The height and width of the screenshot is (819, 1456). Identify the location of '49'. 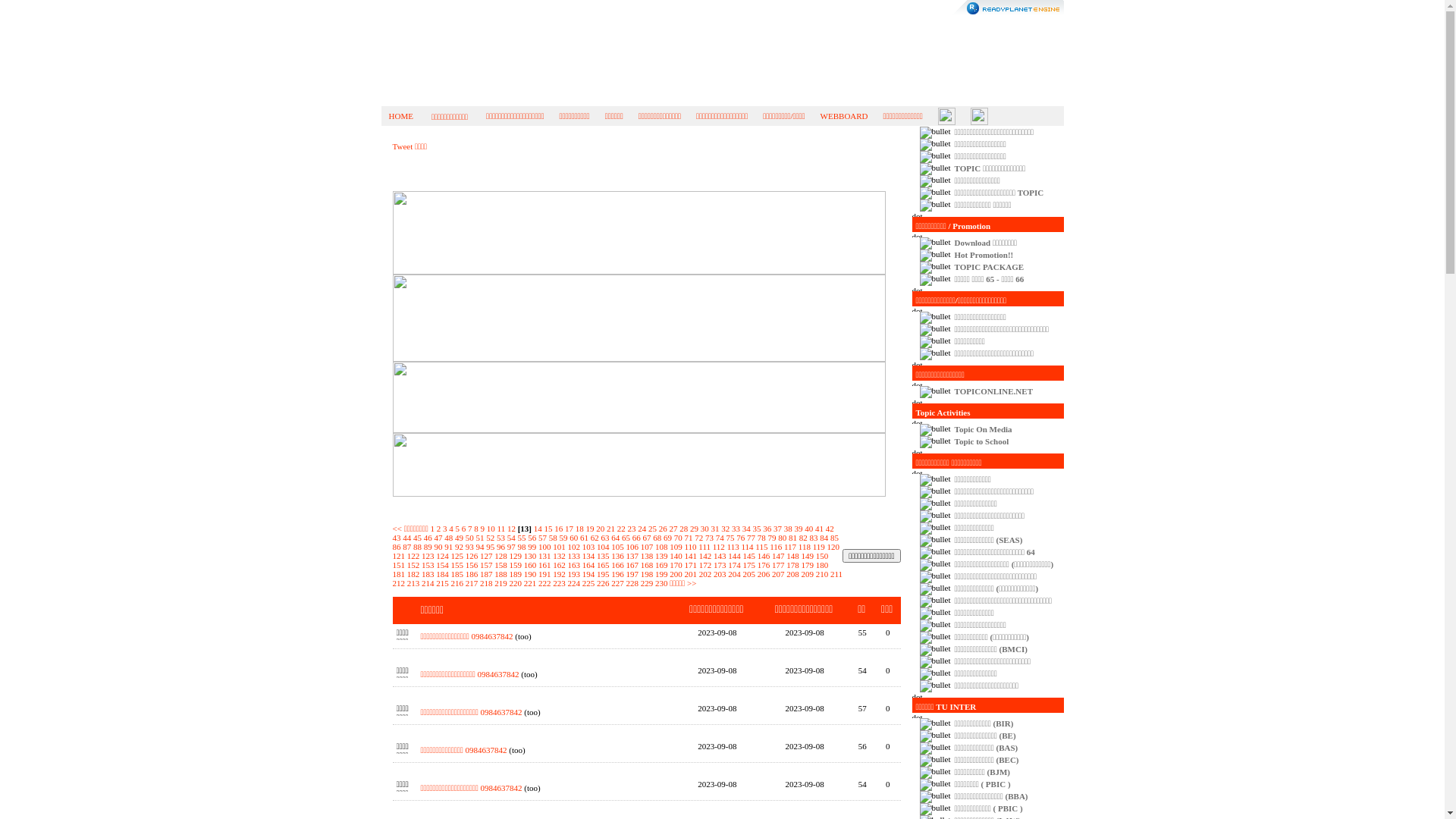
(458, 537).